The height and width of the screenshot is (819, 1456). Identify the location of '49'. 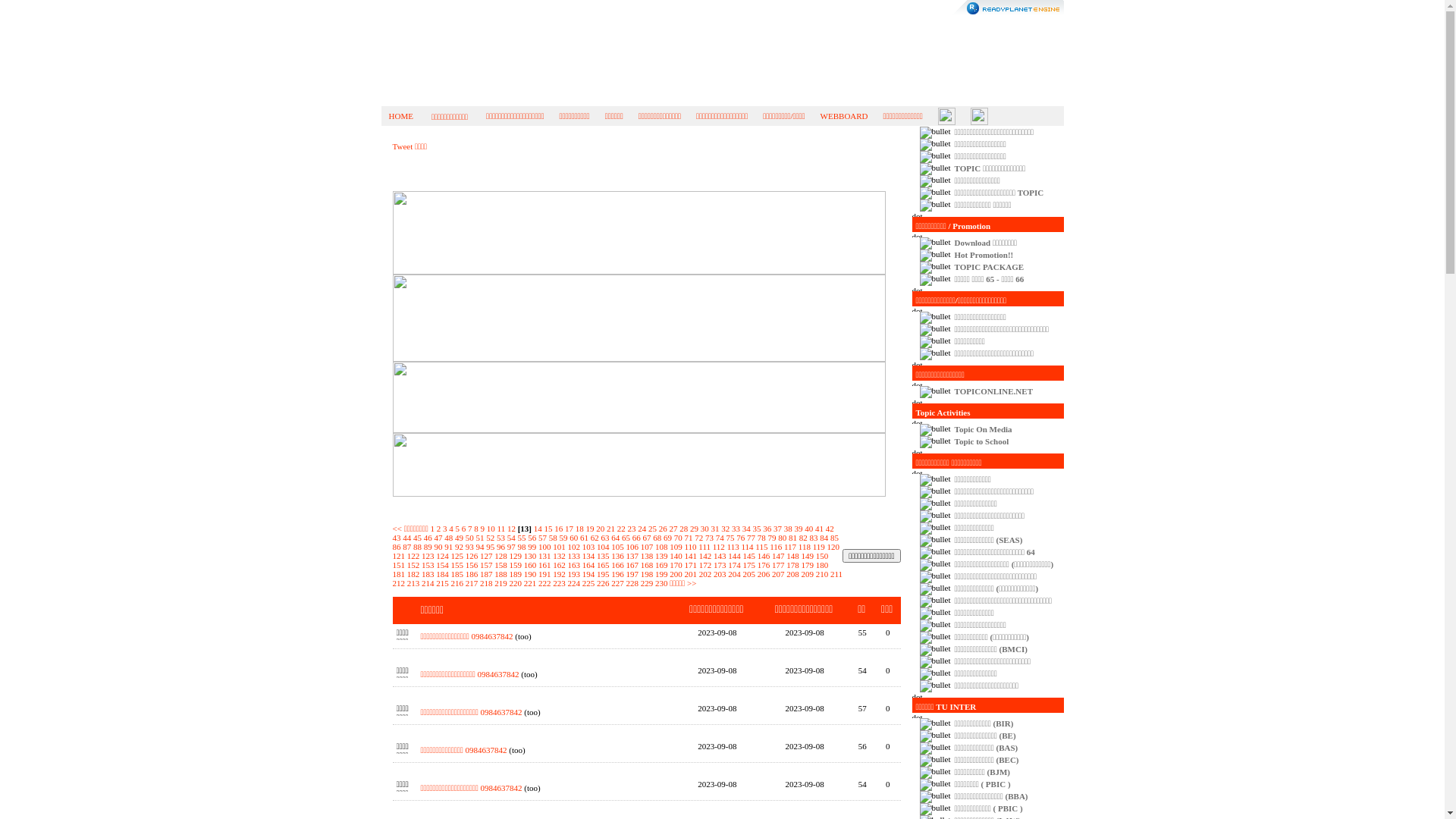
(458, 537).